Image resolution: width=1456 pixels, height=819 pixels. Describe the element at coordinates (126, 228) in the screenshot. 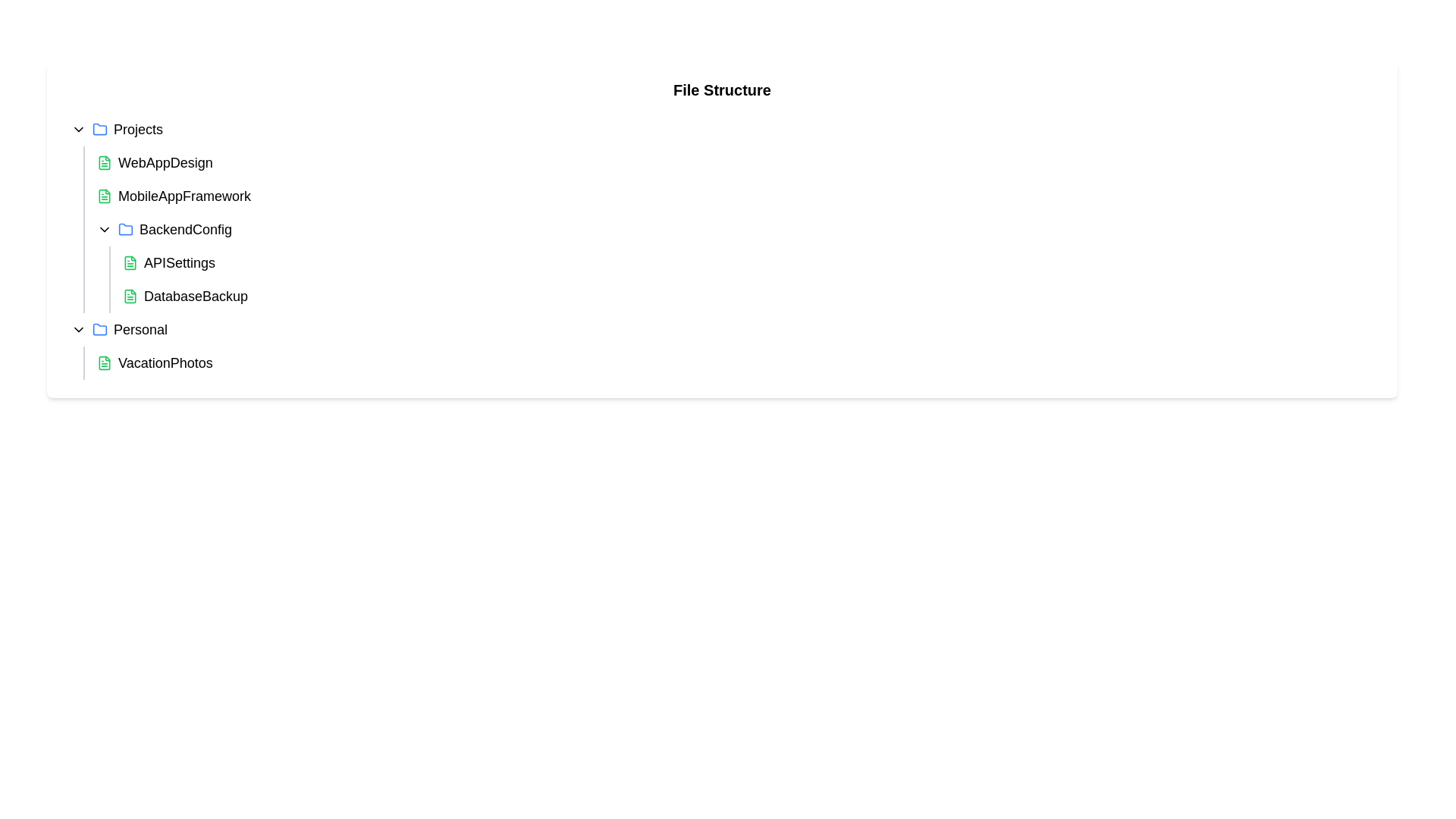

I see `the folder icon representing 'BackendConfig' located` at that location.